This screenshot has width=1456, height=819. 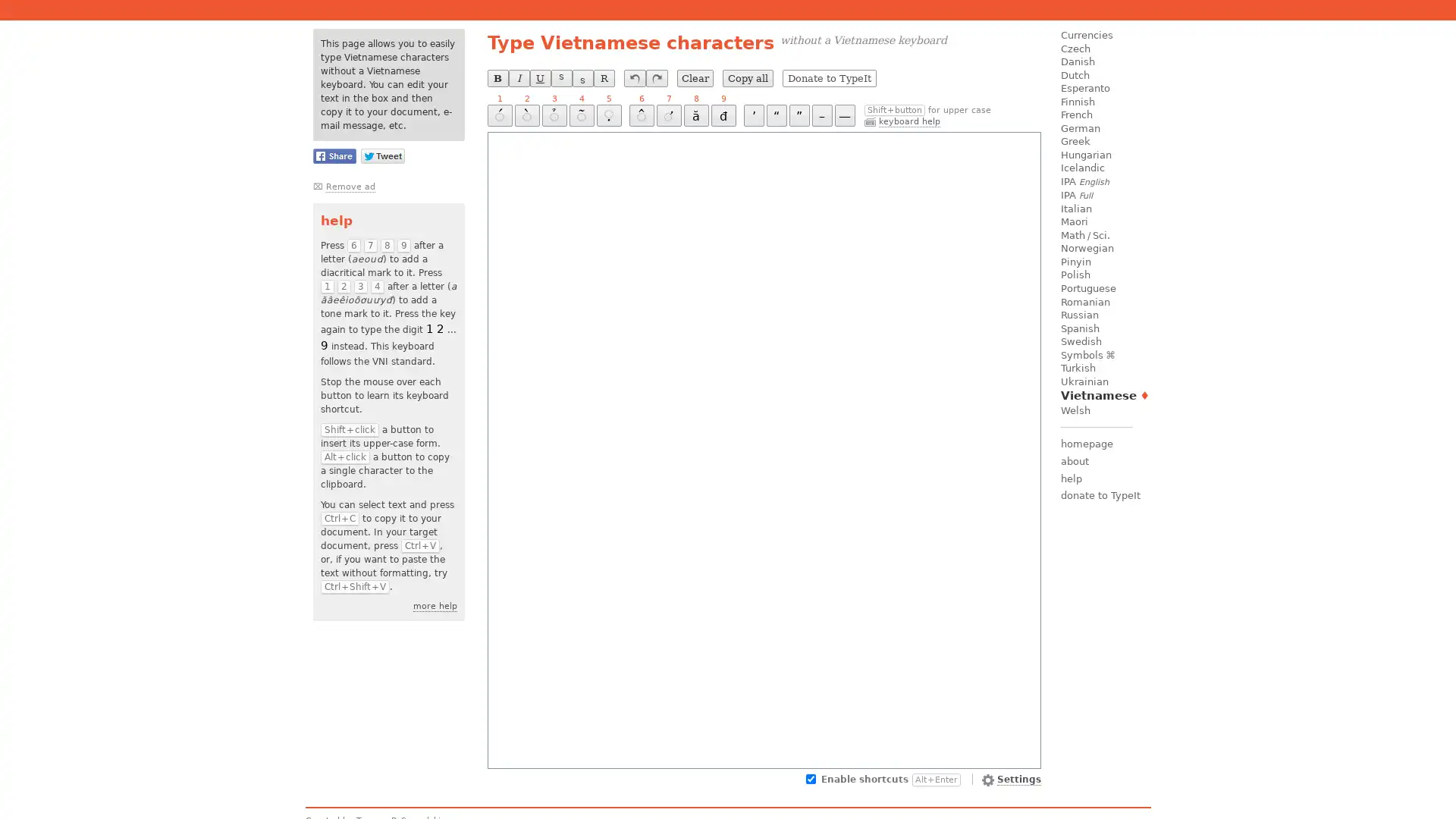 What do you see at coordinates (603, 78) in the screenshot?
I see `R` at bounding box center [603, 78].